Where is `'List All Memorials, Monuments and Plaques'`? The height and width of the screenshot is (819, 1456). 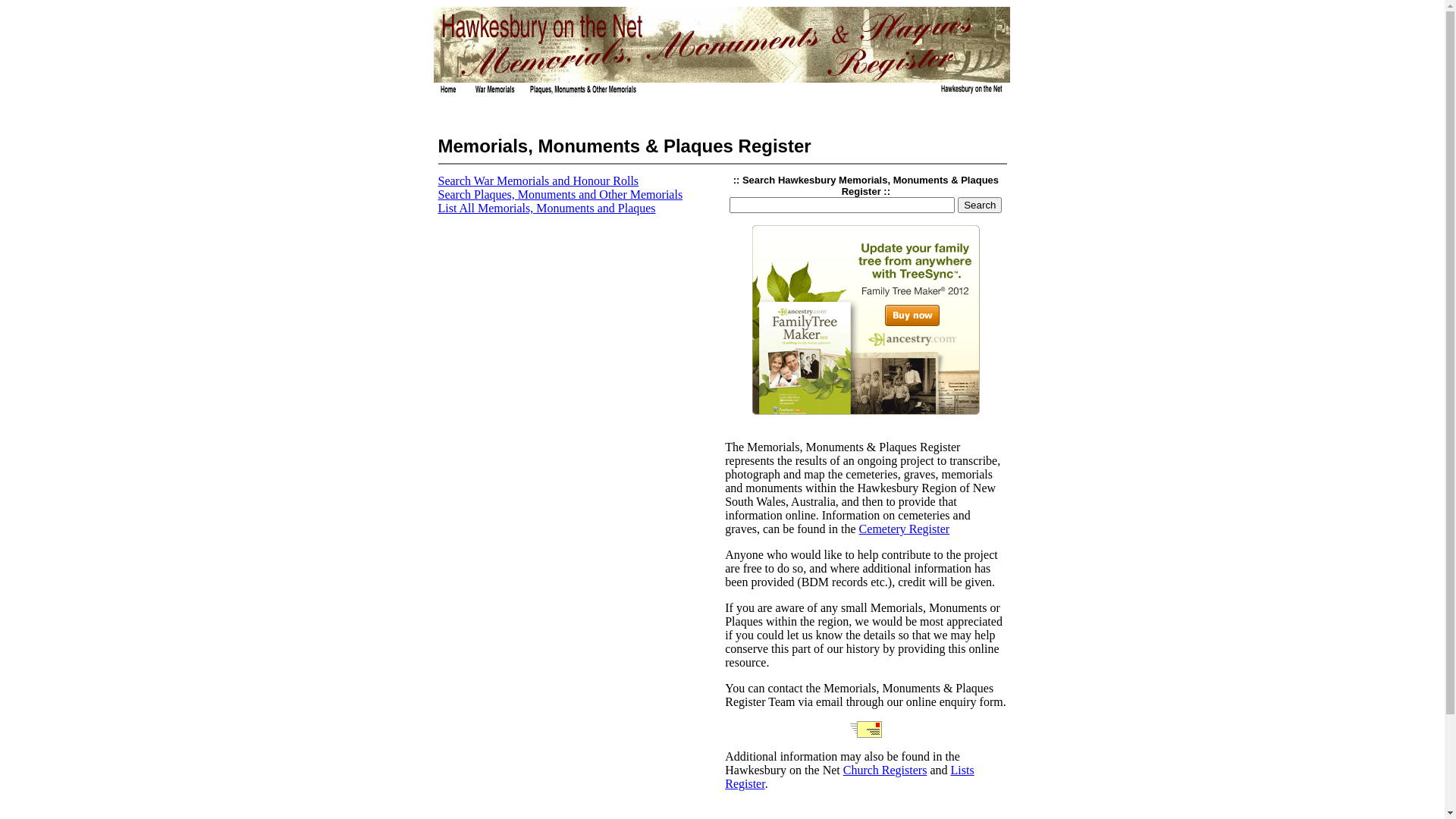 'List All Memorials, Monuments and Plaques' is located at coordinates (546, 208).